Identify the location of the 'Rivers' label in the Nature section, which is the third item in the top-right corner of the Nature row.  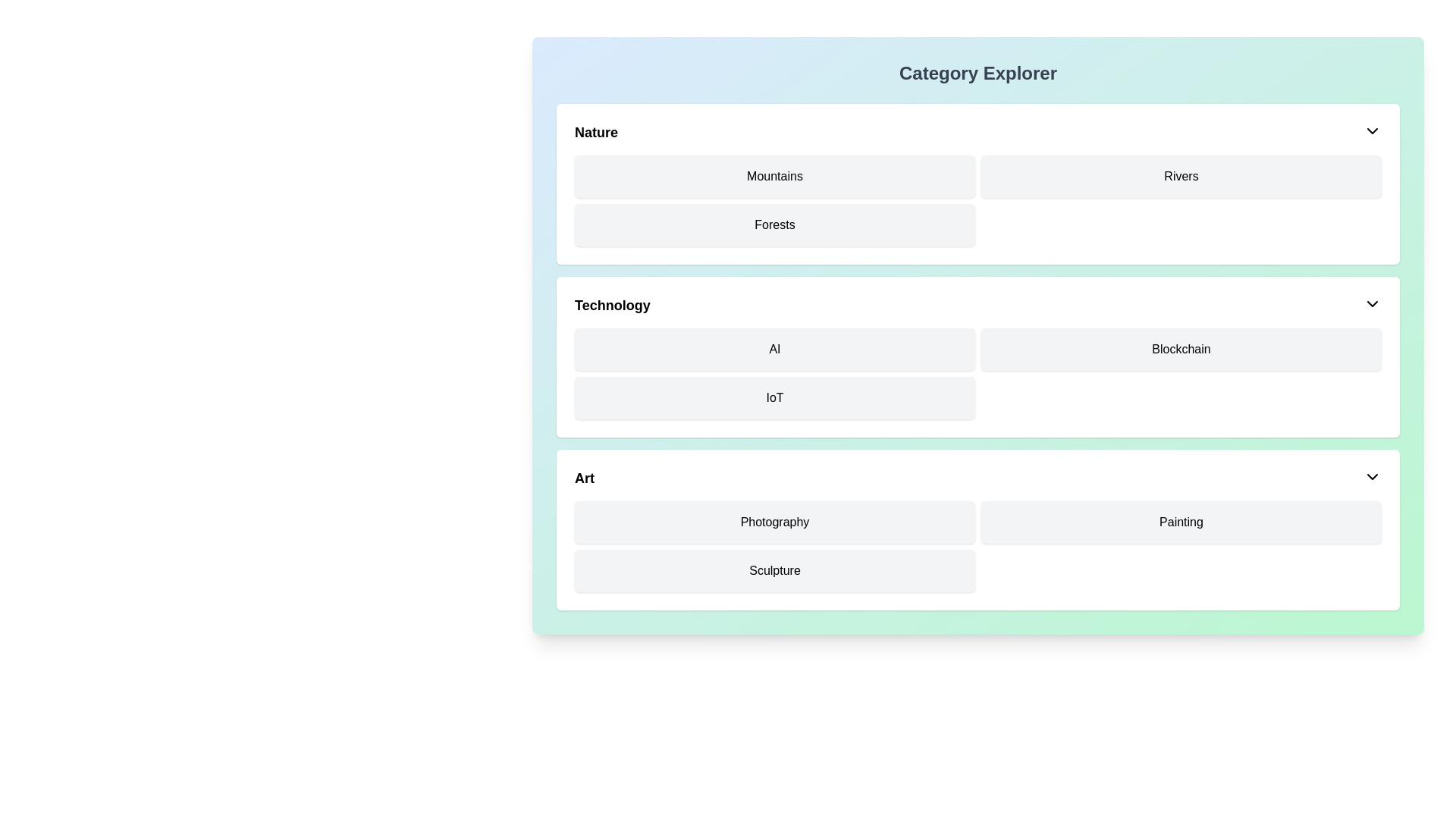
(1181, 175).